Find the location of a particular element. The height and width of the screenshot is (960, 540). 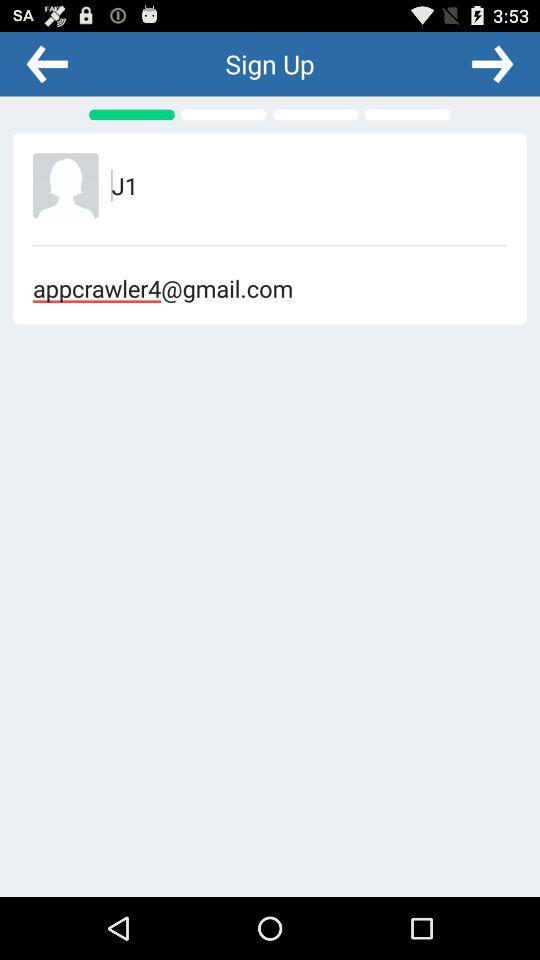

the arrow_backward icon is located at coordinates (47, 68).